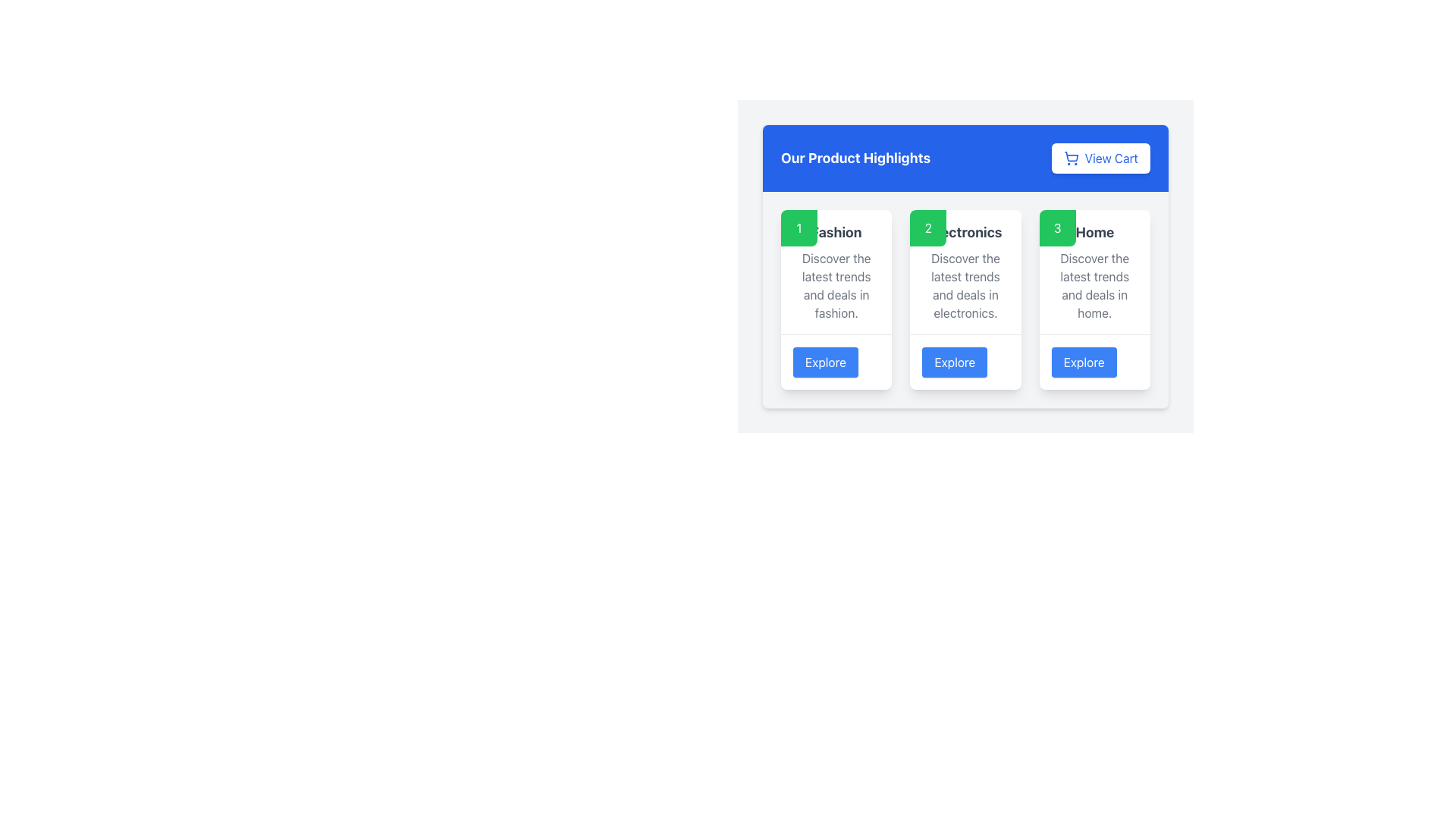 This screenshot has width=1456, height=819. I want to click on the 'Explore' button located at the bottom of the first card in a horizontally arranged set of three cards, making it keyboard accessible, so click(825, 362).